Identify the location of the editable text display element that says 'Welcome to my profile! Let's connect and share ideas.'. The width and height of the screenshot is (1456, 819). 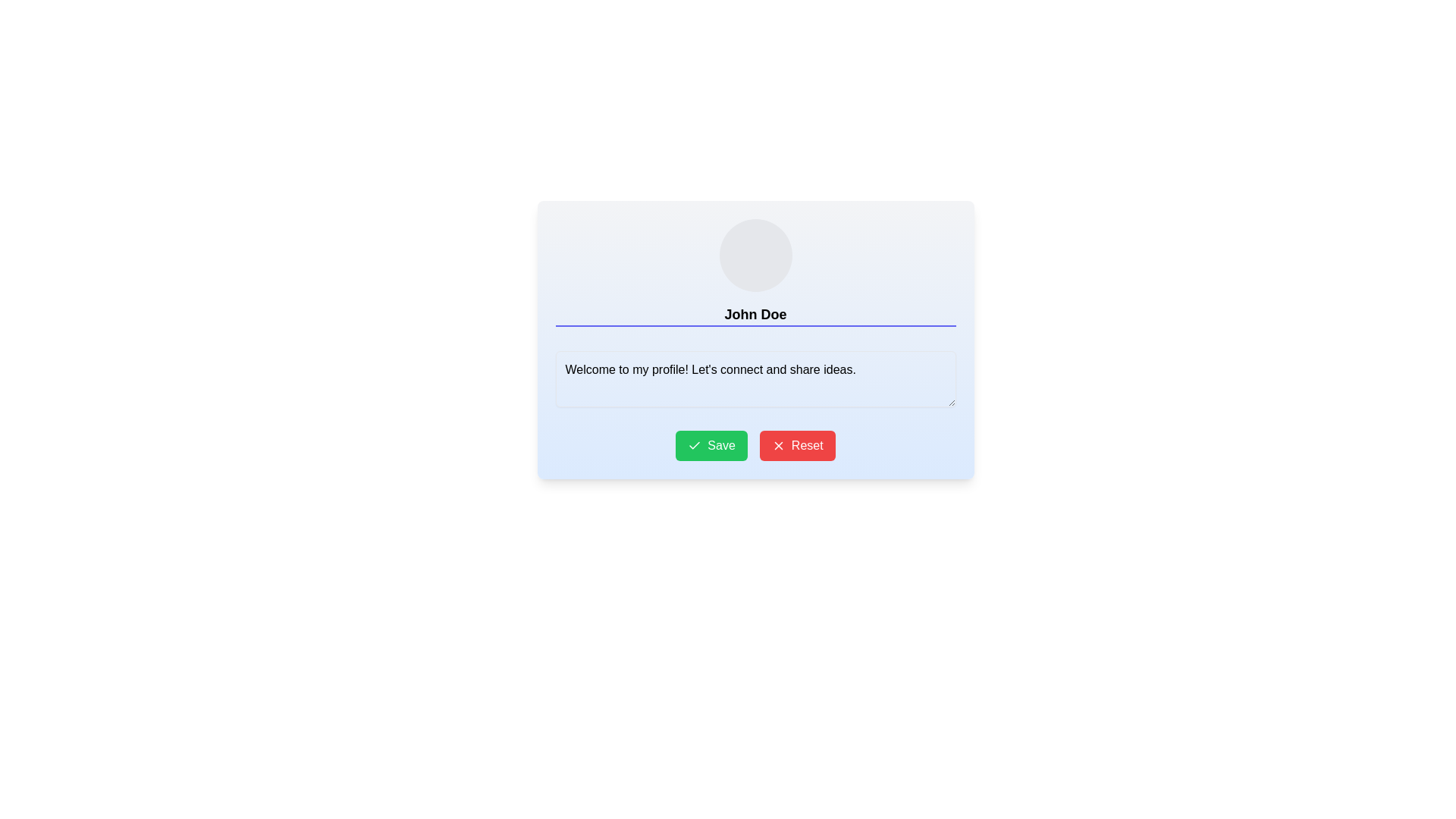
(755, 381).